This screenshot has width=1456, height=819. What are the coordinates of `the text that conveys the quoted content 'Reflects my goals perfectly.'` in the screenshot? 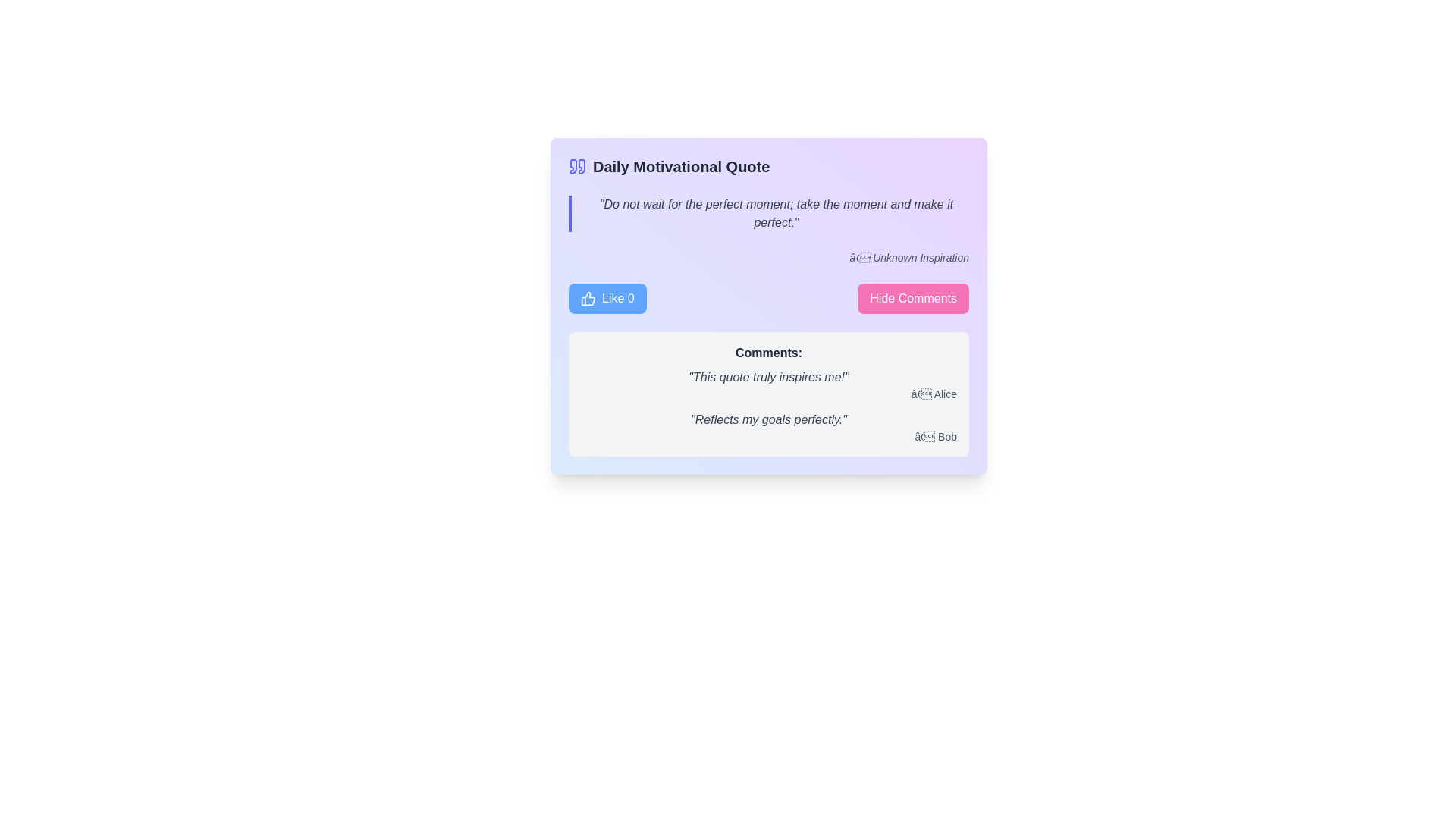 It's located at (768, 420).